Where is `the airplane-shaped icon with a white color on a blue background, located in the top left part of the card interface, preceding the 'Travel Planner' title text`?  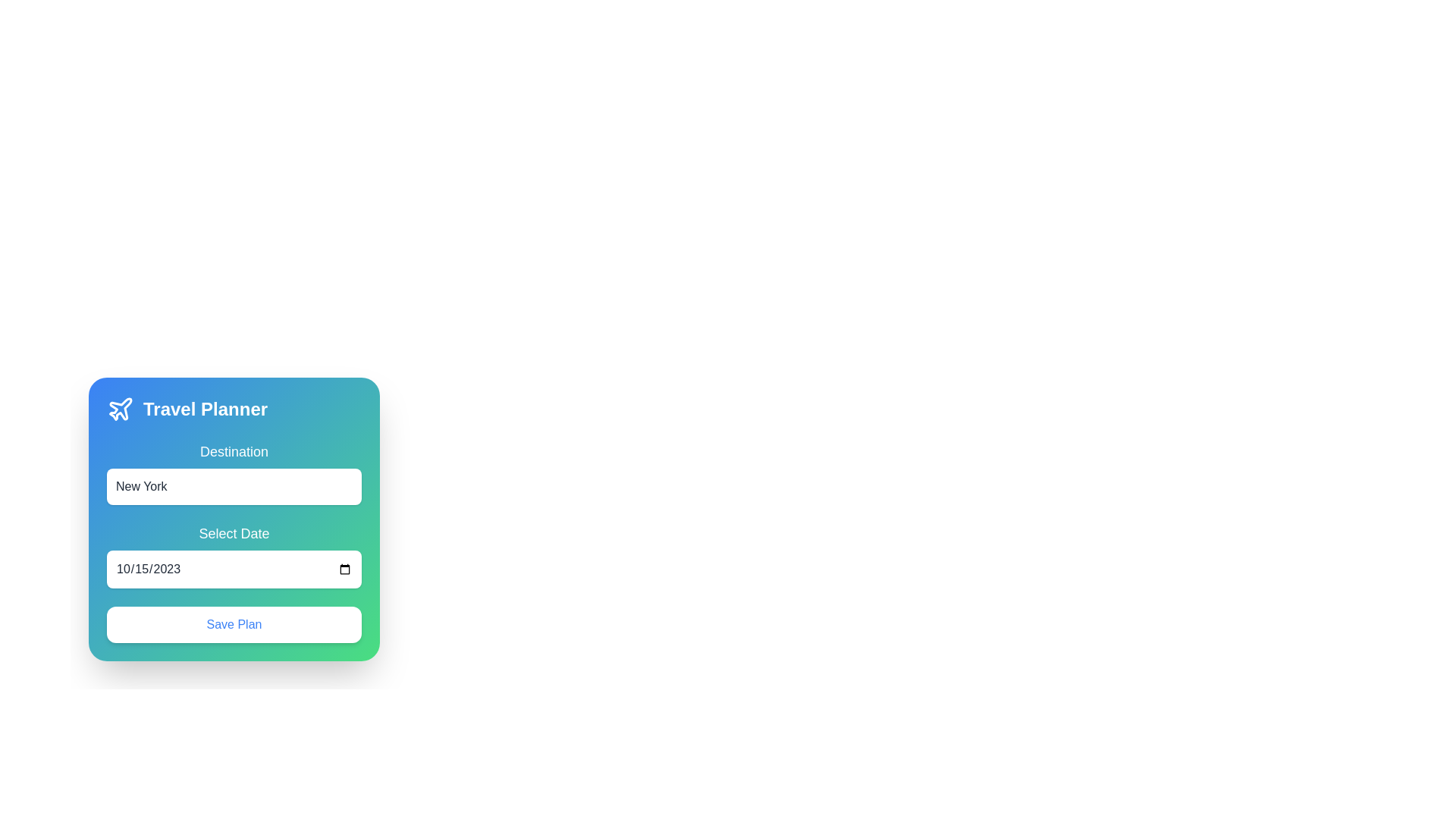
the airplane-shaped icon with a white color on a blue background, located in the top left part of the card interface, preceding the 'Travel Planner' title text is located at coordinates (119, 409).